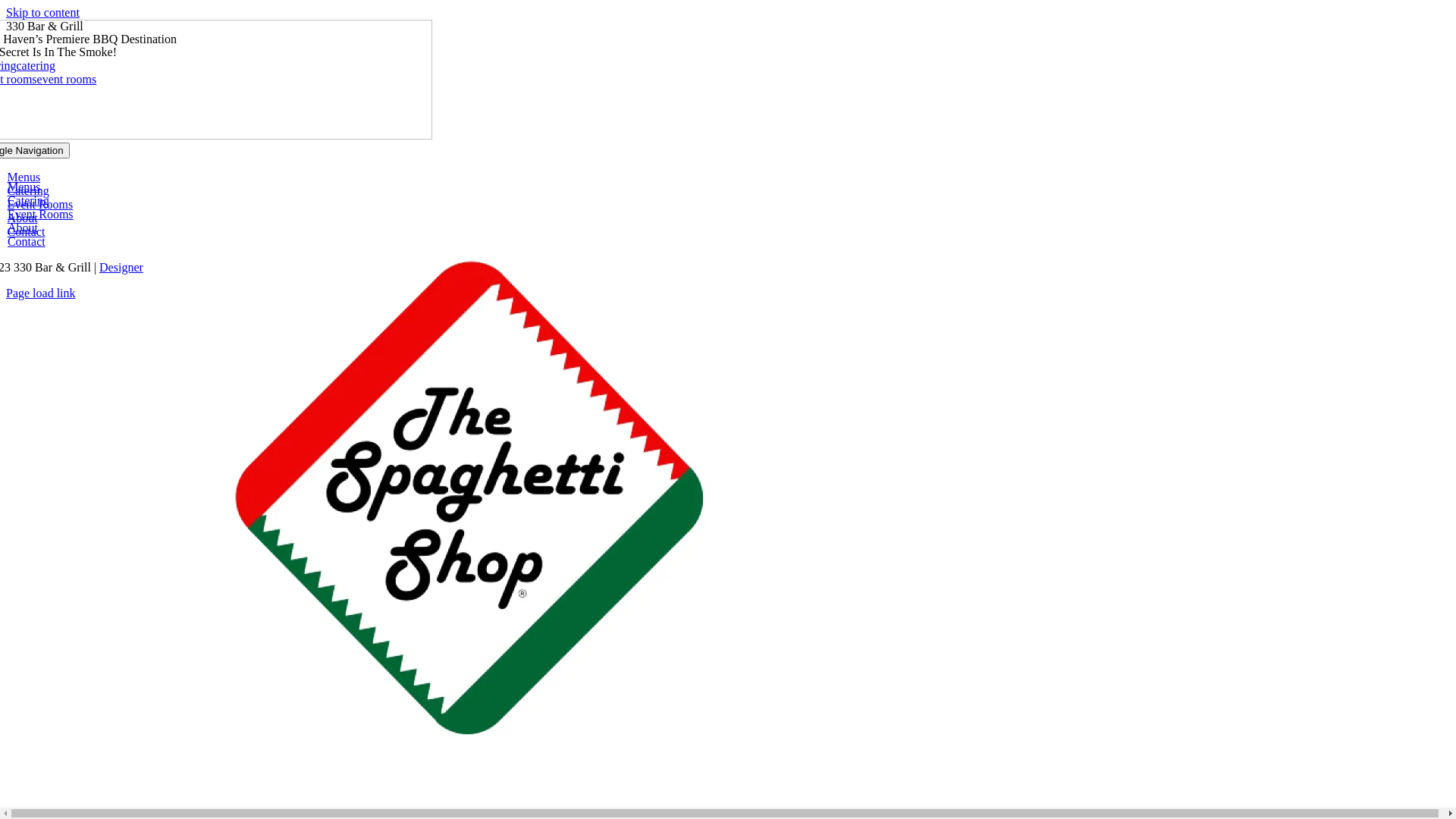 This screenshot has width=1456, height=819. I want to click on 'Contact', so click(26, 231).